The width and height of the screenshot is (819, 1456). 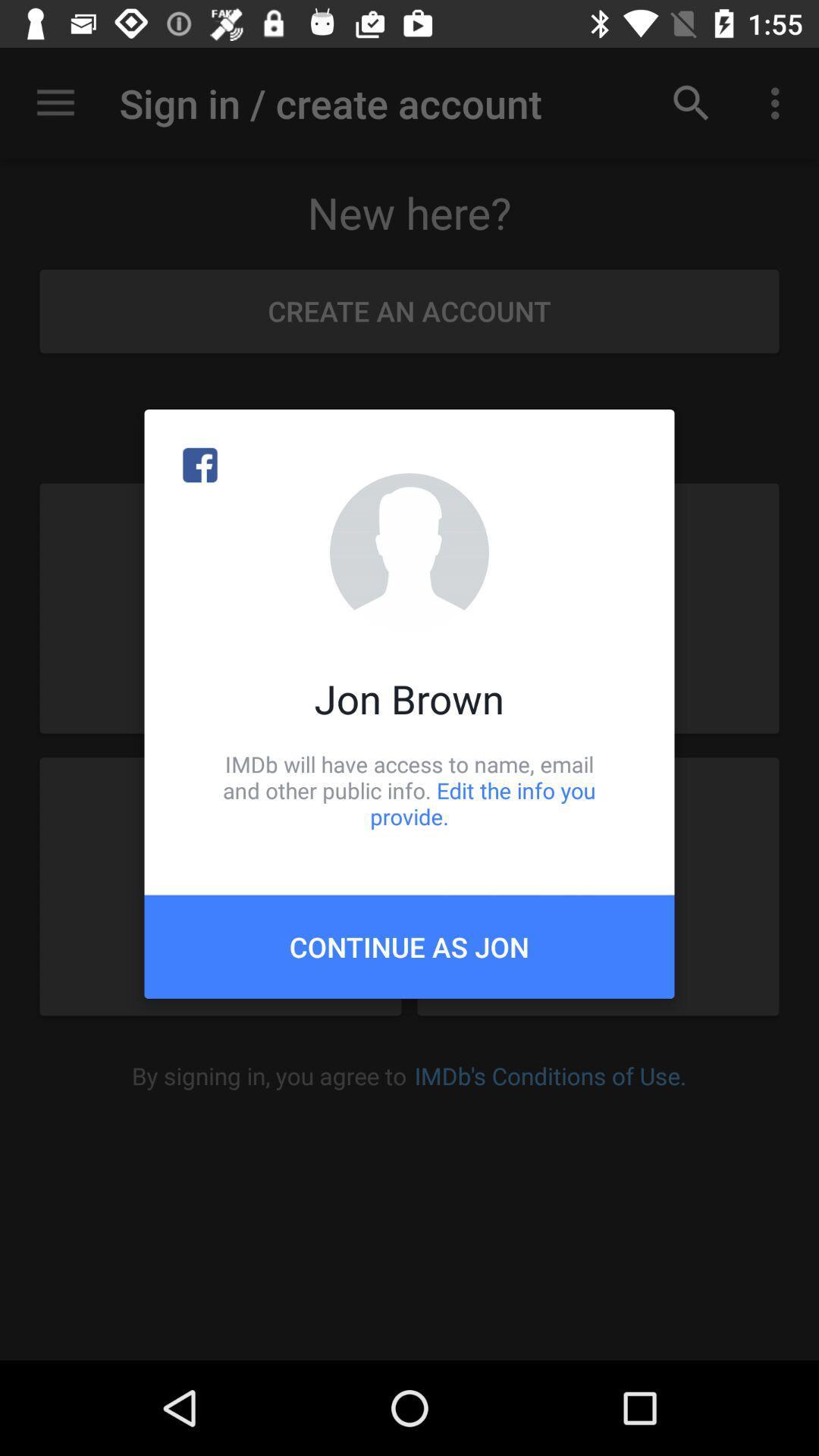 I want to click on the item below jon brown icon, so click(x=409, y=789).